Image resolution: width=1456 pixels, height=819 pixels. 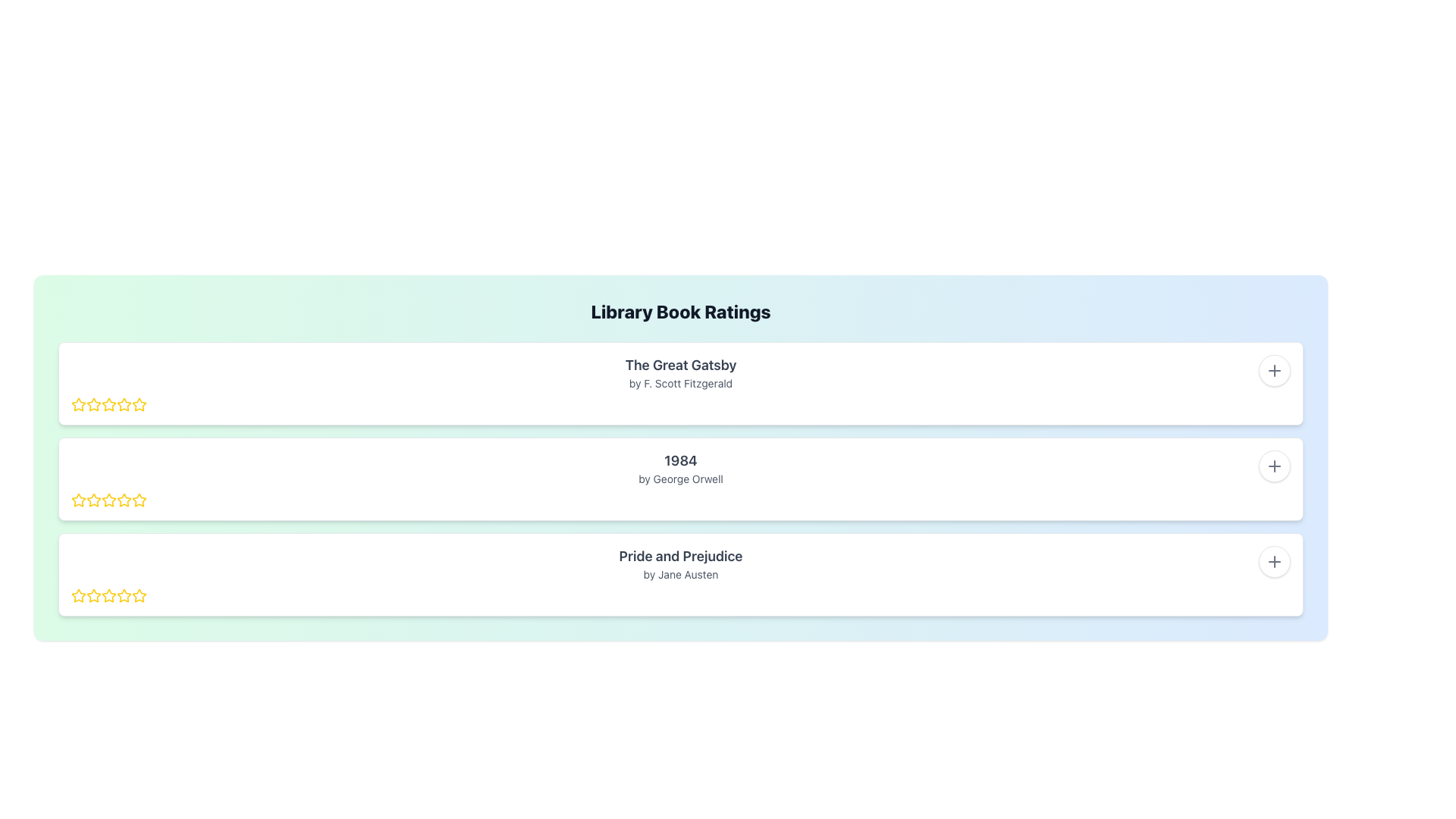 What do you see at coordinates (78, 500) in the screenshot?
I see `the first star icon in the rating system for the book '1984' by George Orwell` at bounding box center [78, 500].